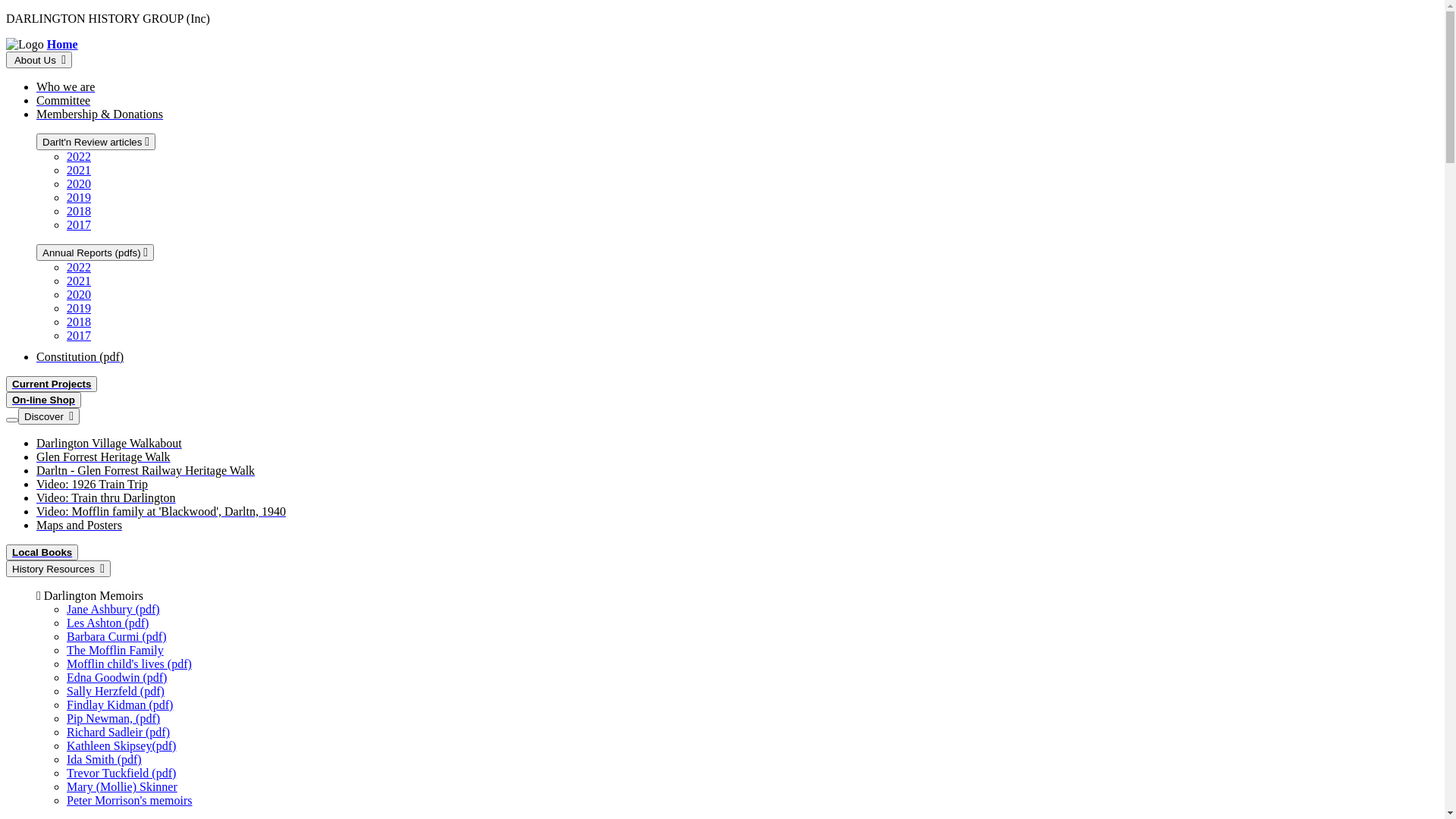 Image resolution: width=1456 pixels, height=819 pixels. Describe the element at coordinates (78, 224) in the screenshot. I see `'2017'` at that location.